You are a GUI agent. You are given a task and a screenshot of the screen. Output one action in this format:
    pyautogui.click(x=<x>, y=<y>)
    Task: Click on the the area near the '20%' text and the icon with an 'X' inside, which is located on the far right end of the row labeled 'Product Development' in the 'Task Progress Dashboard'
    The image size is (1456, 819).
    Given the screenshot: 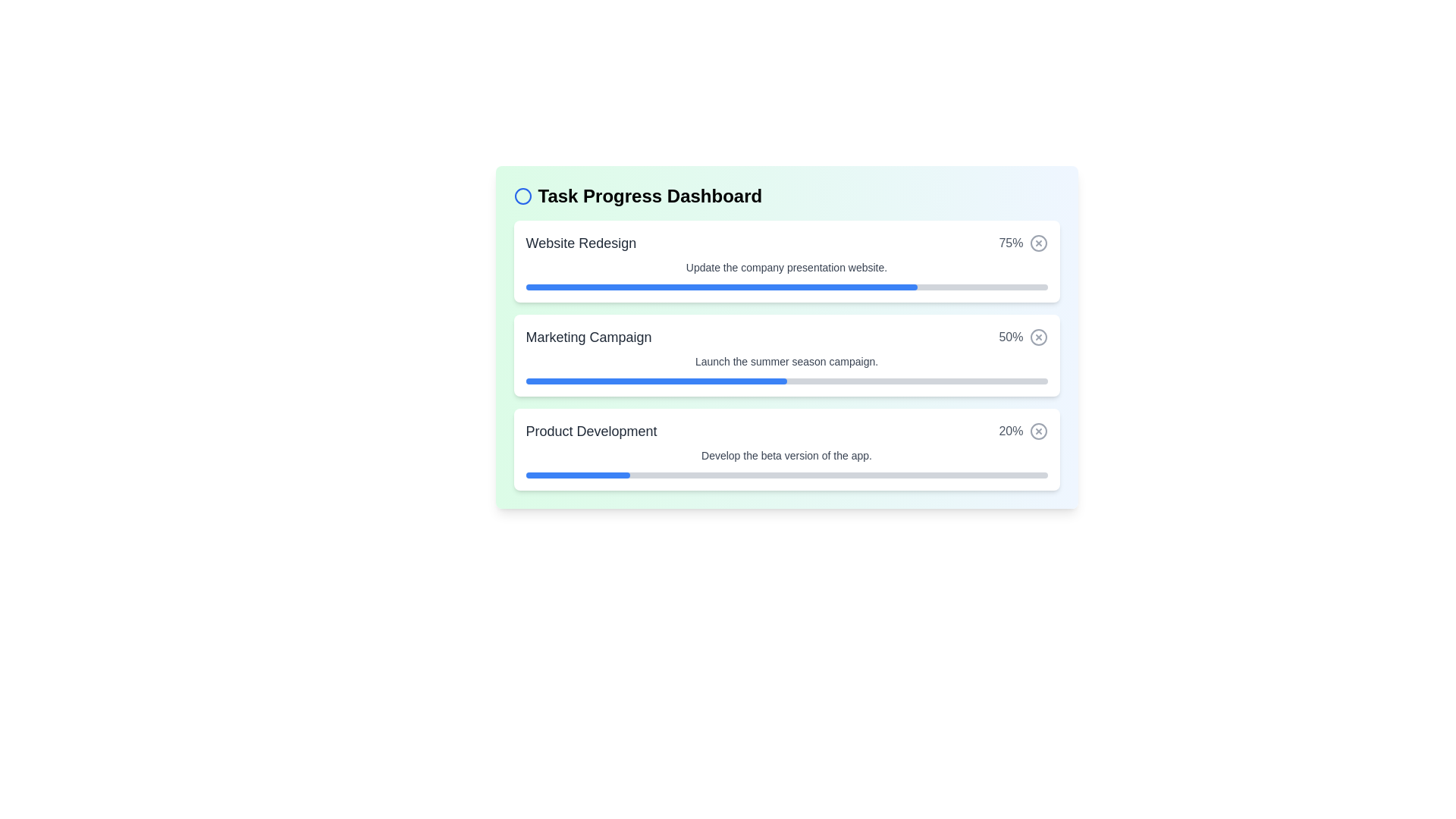 What is the action you would take?
    pyautogui.click(x=1023, y=431)
    